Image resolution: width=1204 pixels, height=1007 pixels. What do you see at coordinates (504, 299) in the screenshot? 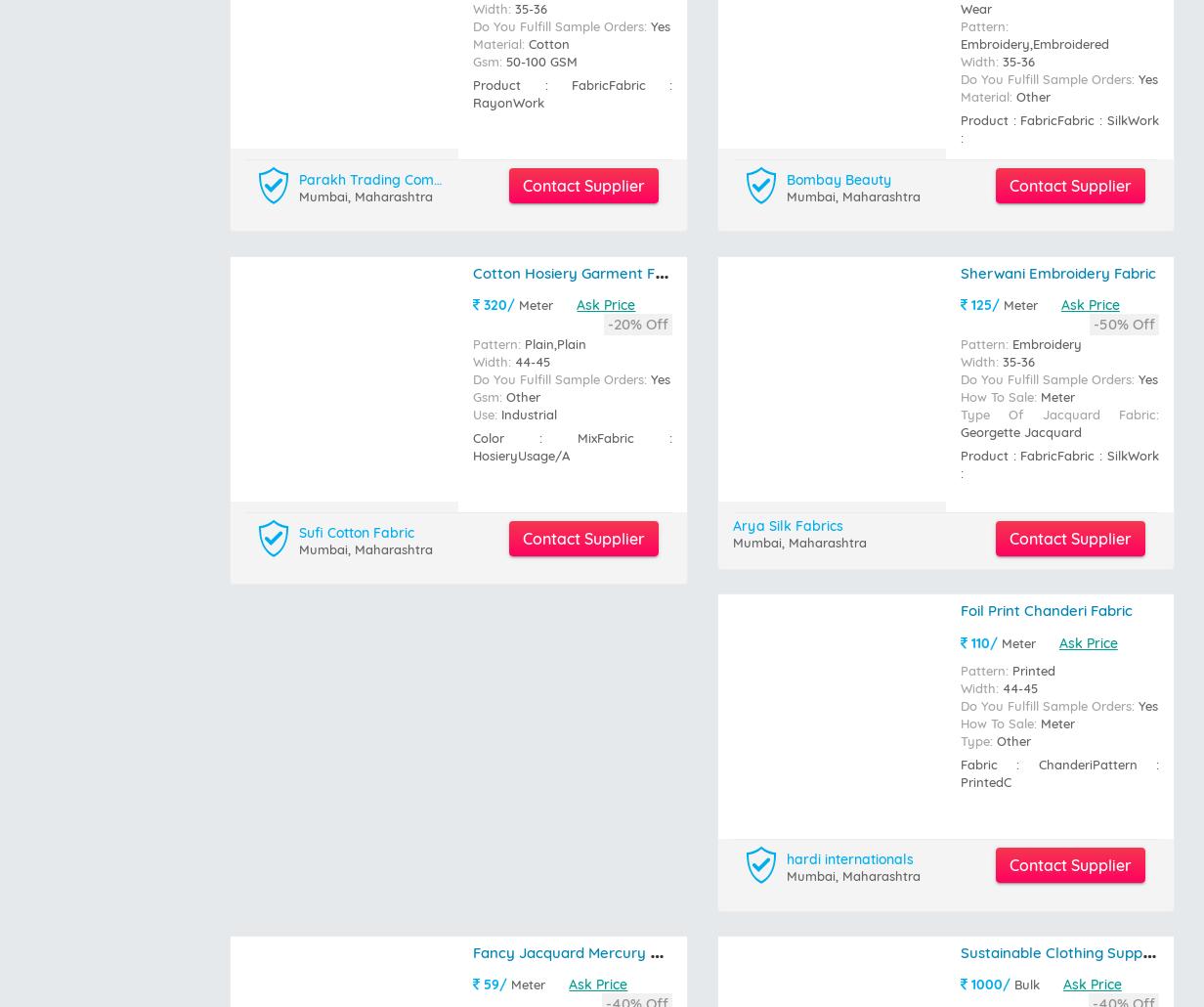
I see `'Cotton Fabric,Blended'` at bounding box center [504, 299].